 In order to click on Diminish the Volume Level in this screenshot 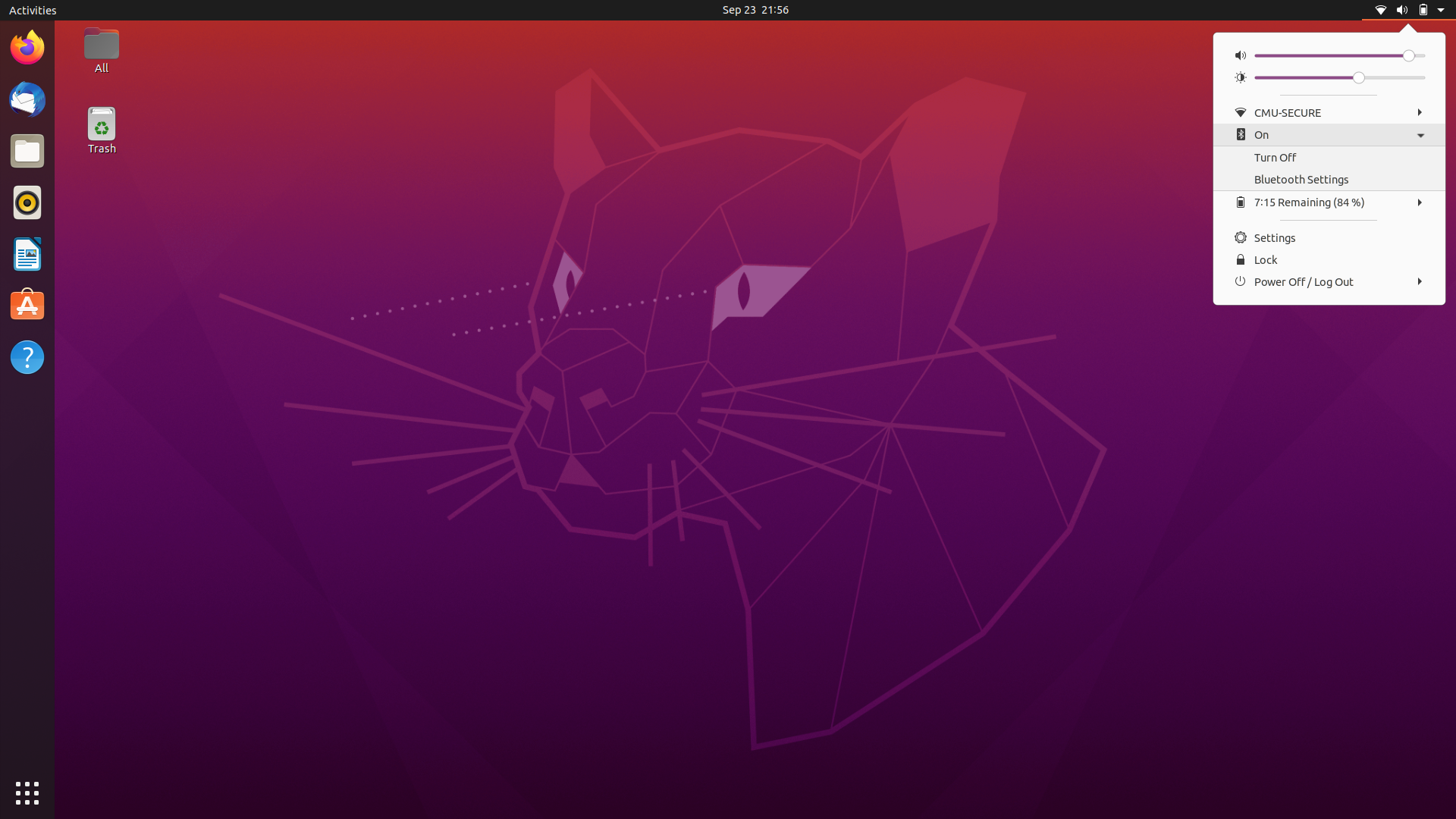, I will do `click(1260, 55)`.